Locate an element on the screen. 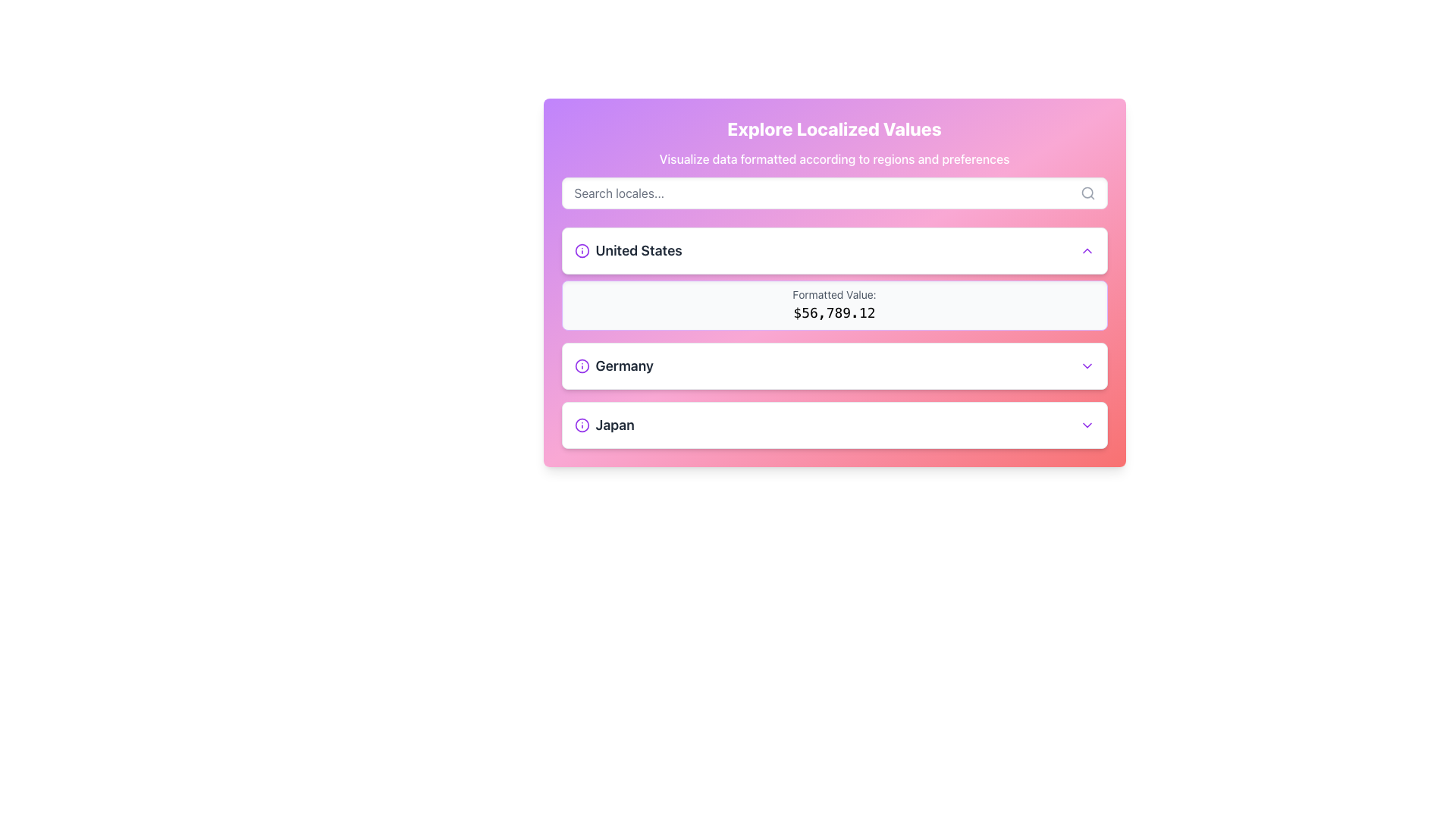  the SVG icon representing a chevron pointing upwards located in the top-right corner of the 'United States' panel to receive visual feedback is located at coordinates (1086, 250).